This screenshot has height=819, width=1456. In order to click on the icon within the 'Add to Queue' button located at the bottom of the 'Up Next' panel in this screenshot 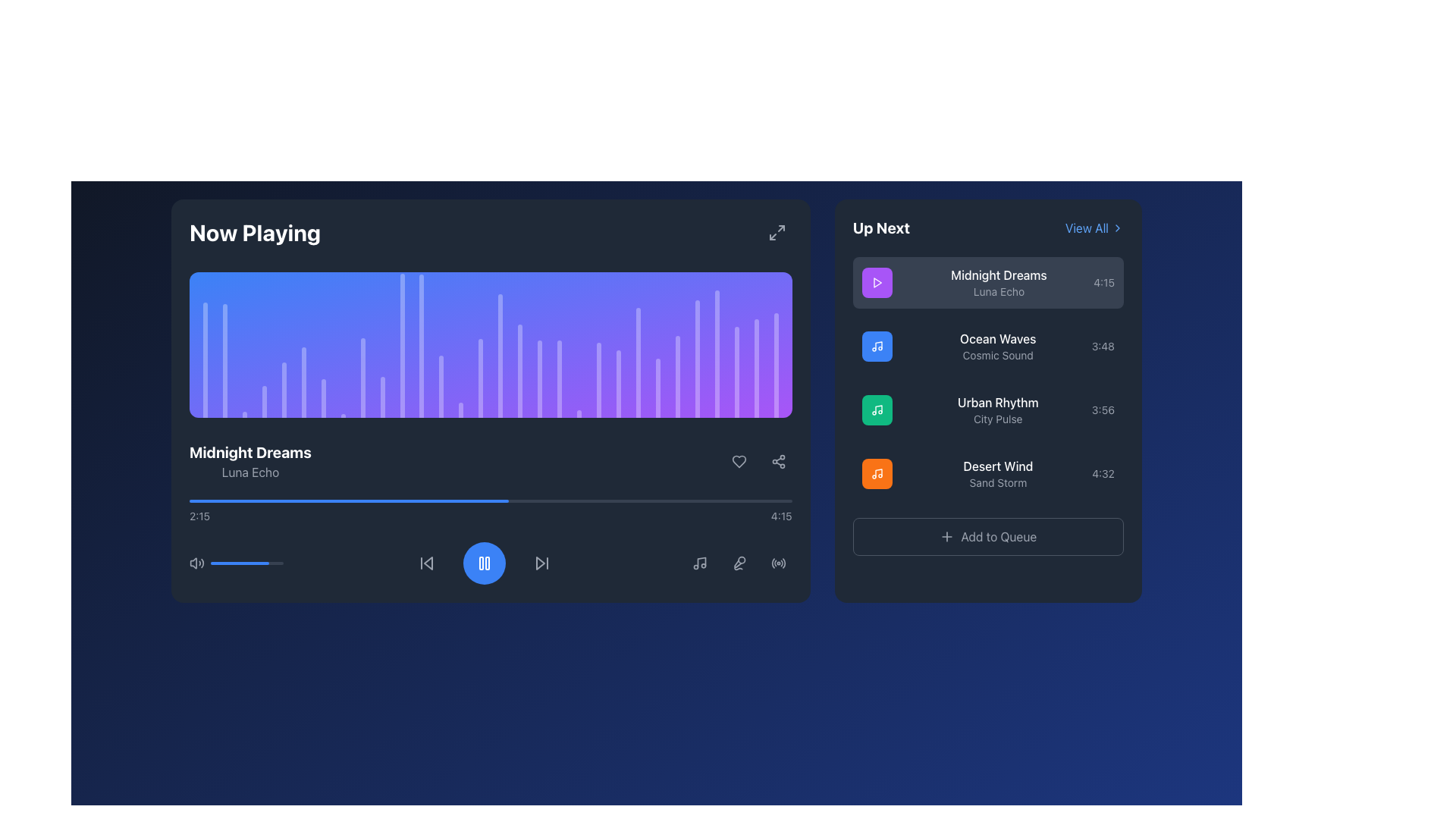, I will do `click(946, 536)`.